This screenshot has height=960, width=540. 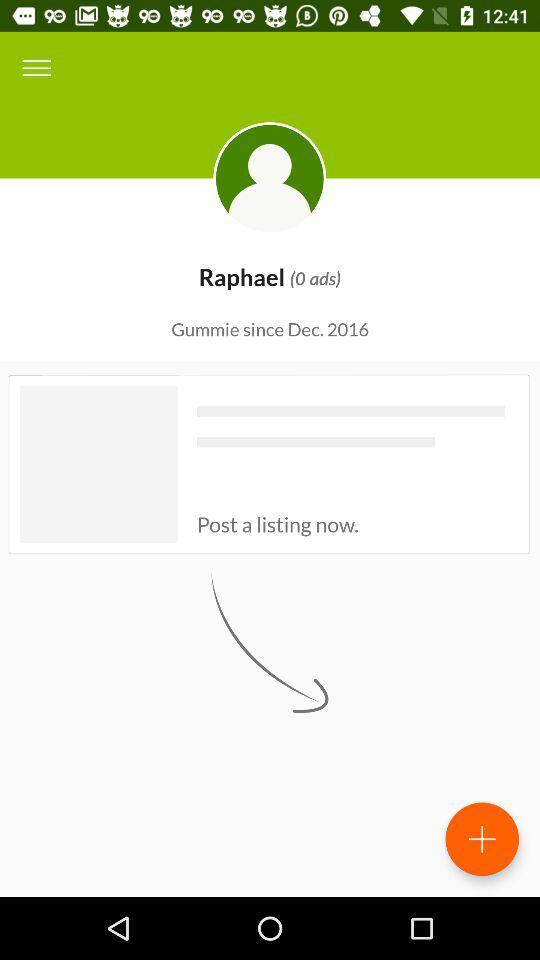 I want to click on item at the top left corner, so click(x=36, y=68).